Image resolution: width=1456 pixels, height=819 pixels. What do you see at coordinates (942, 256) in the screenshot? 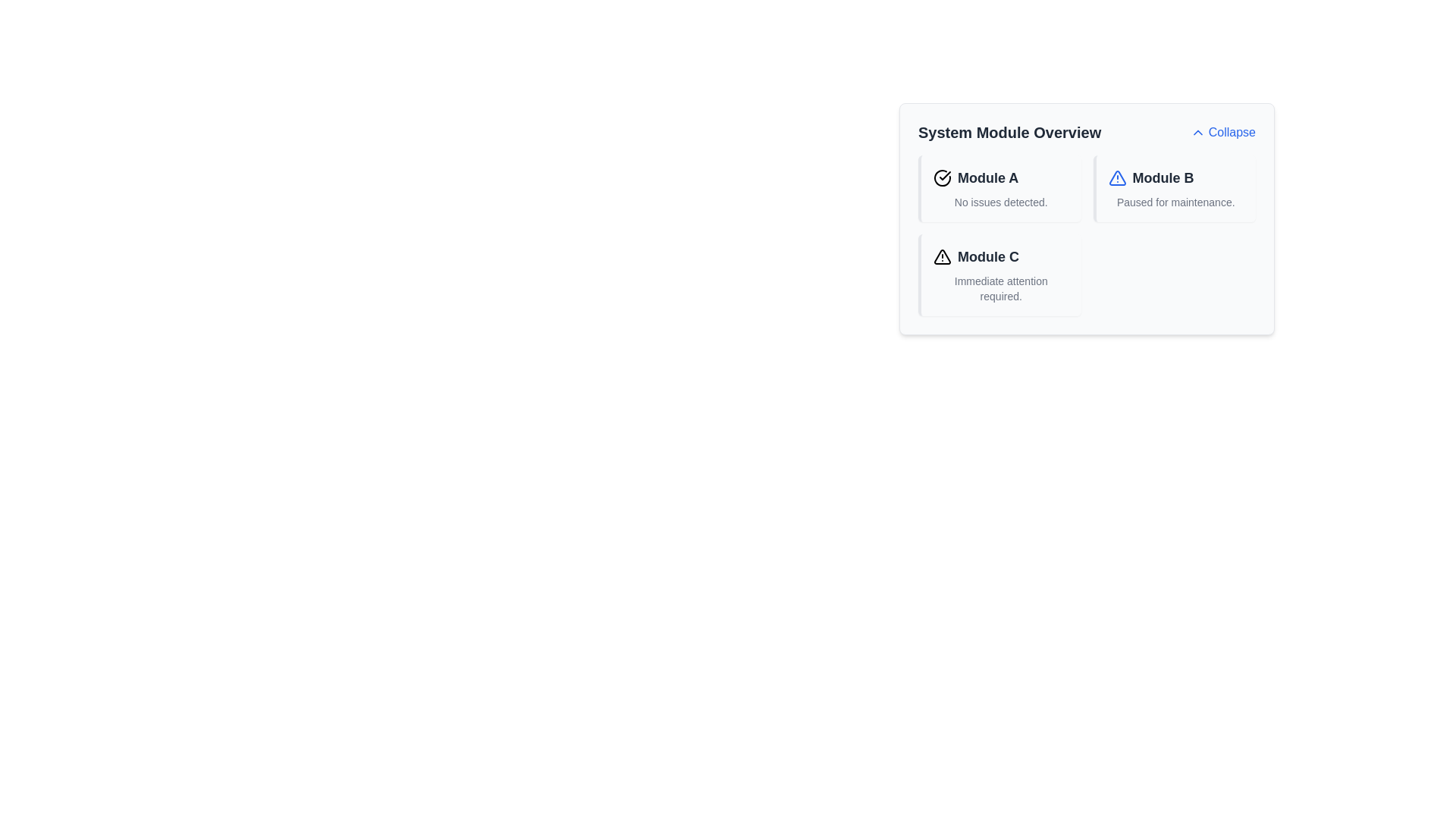
I see `the alert icon located to the left of the text 'Module C'` at bounding box center [942, 256].